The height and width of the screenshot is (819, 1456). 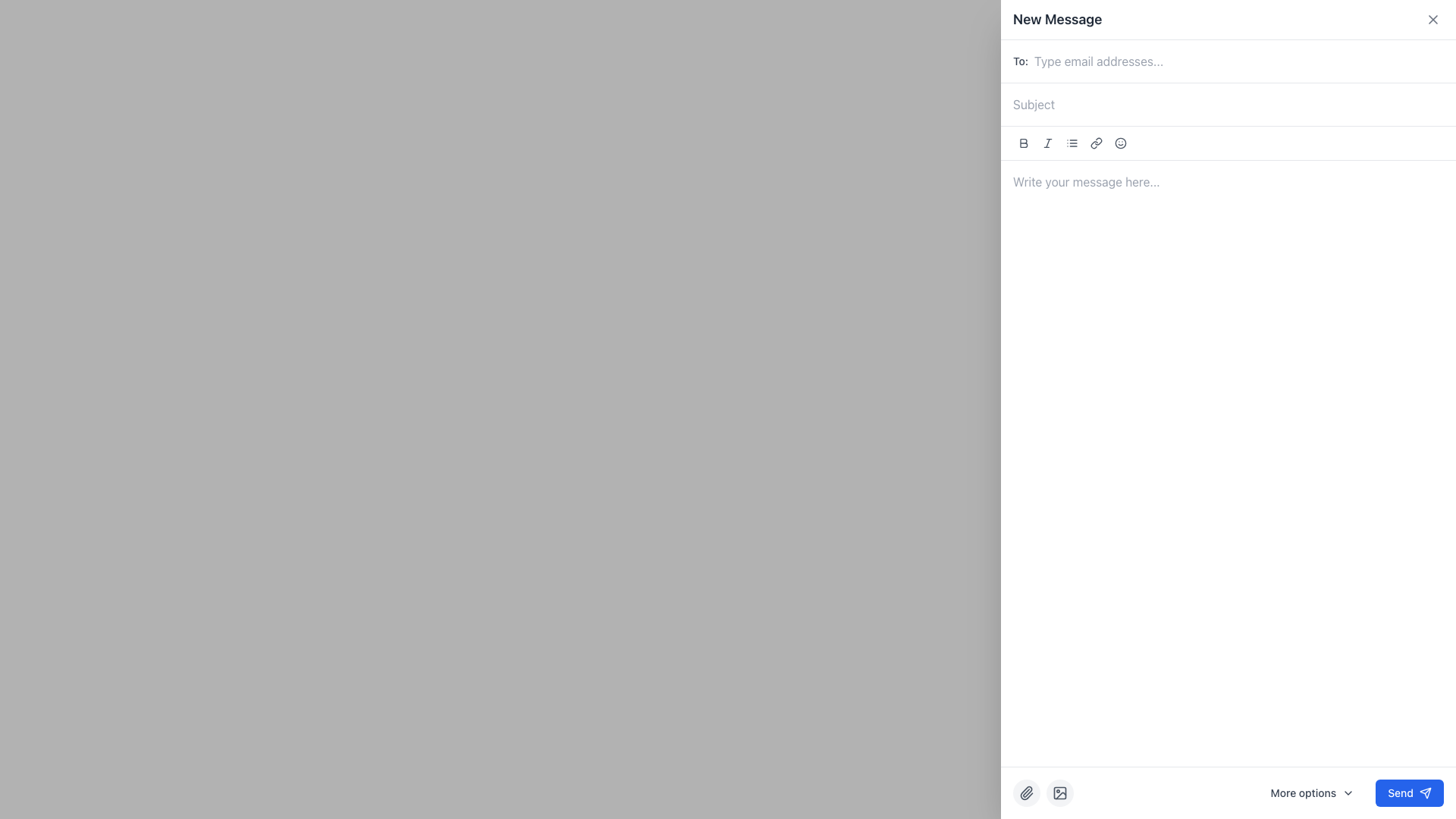 What do you see at coordinates (1121, 143) in the screenshot?
I see `the smiley face icon located near the center of the toolbar above the message text area` at bounding box center [1121, 143].